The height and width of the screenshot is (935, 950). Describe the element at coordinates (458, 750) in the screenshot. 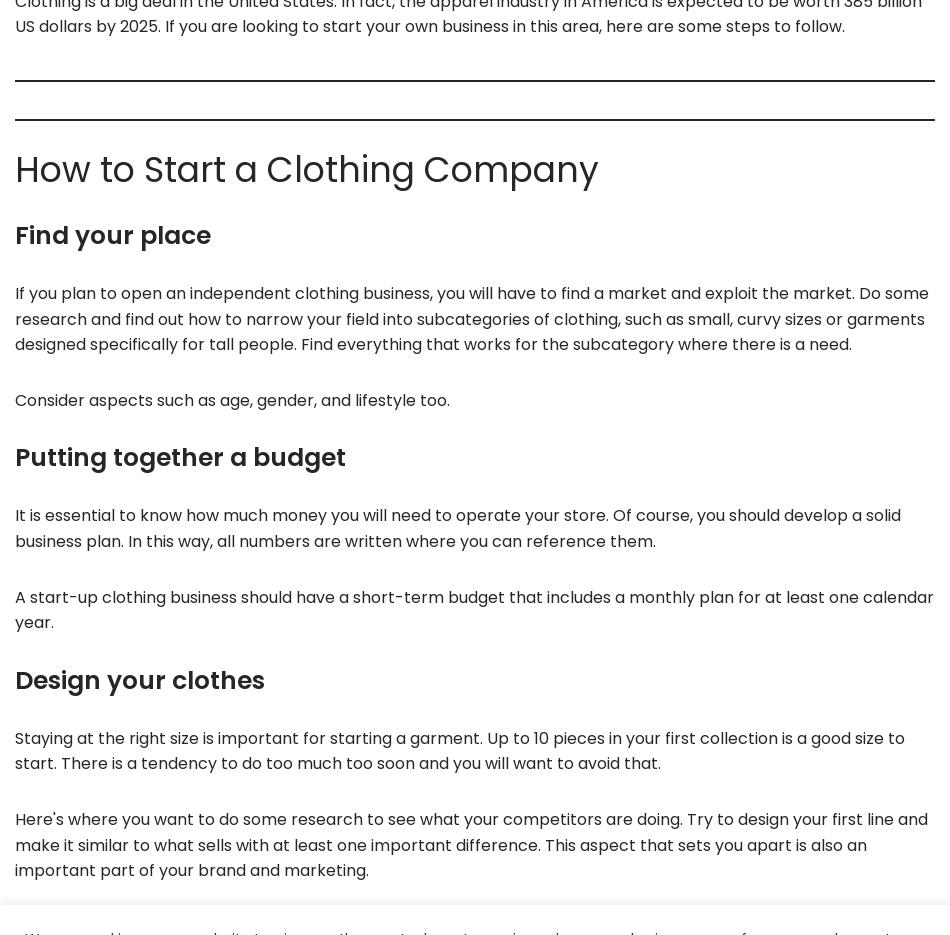

I see `'Staying at the right size is important for starting a garment. Up to 10 pieces in your first collection is a good size to start. There is a tendency to do too much too soon and you will want to avoid that.'` at that location.